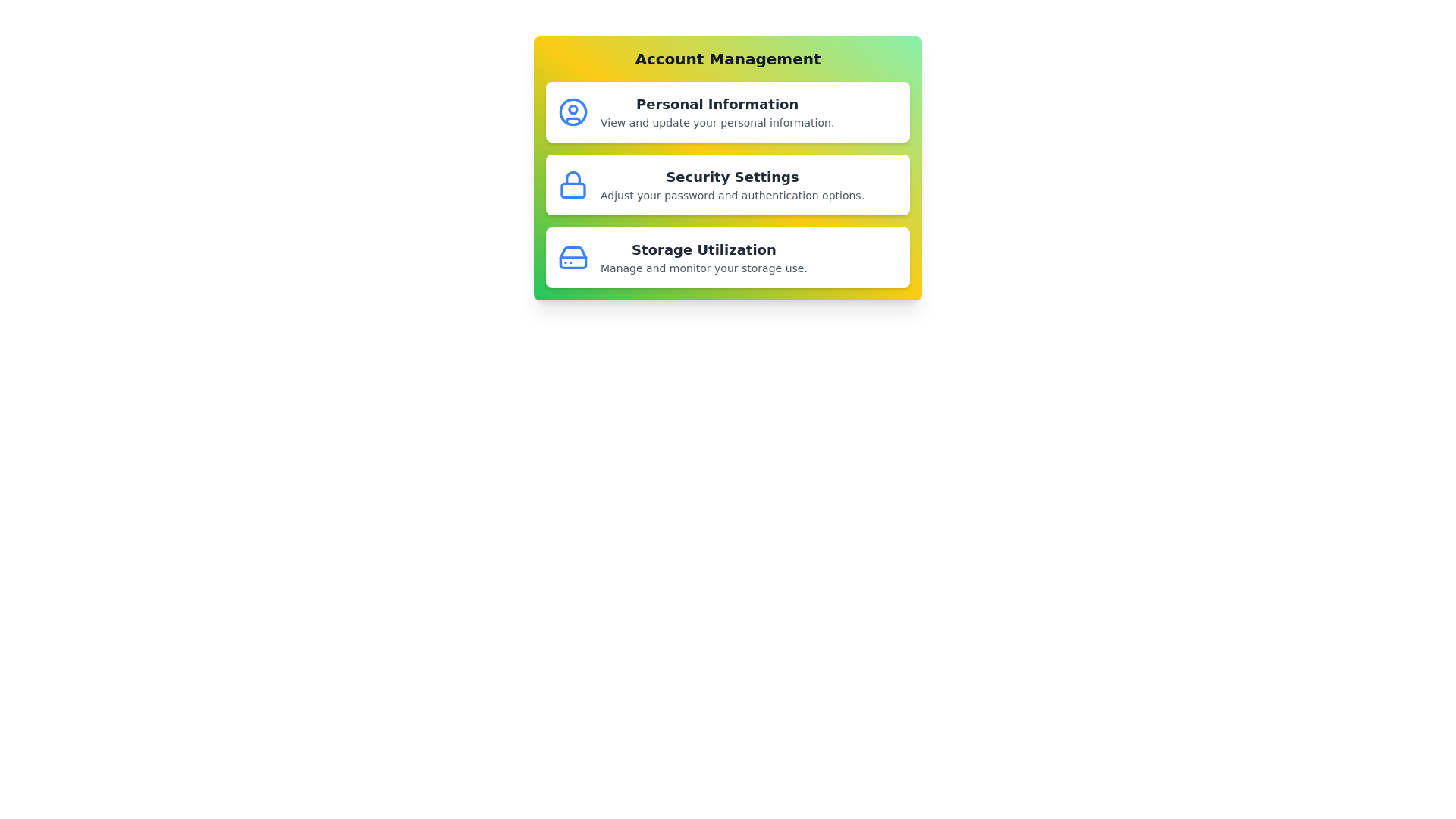  What do you see at coordinates (728, 111) in the screenshot?
I see `the profile option labeled 'Personal Information' to view its hover effects` at bounding box center [728, 111].